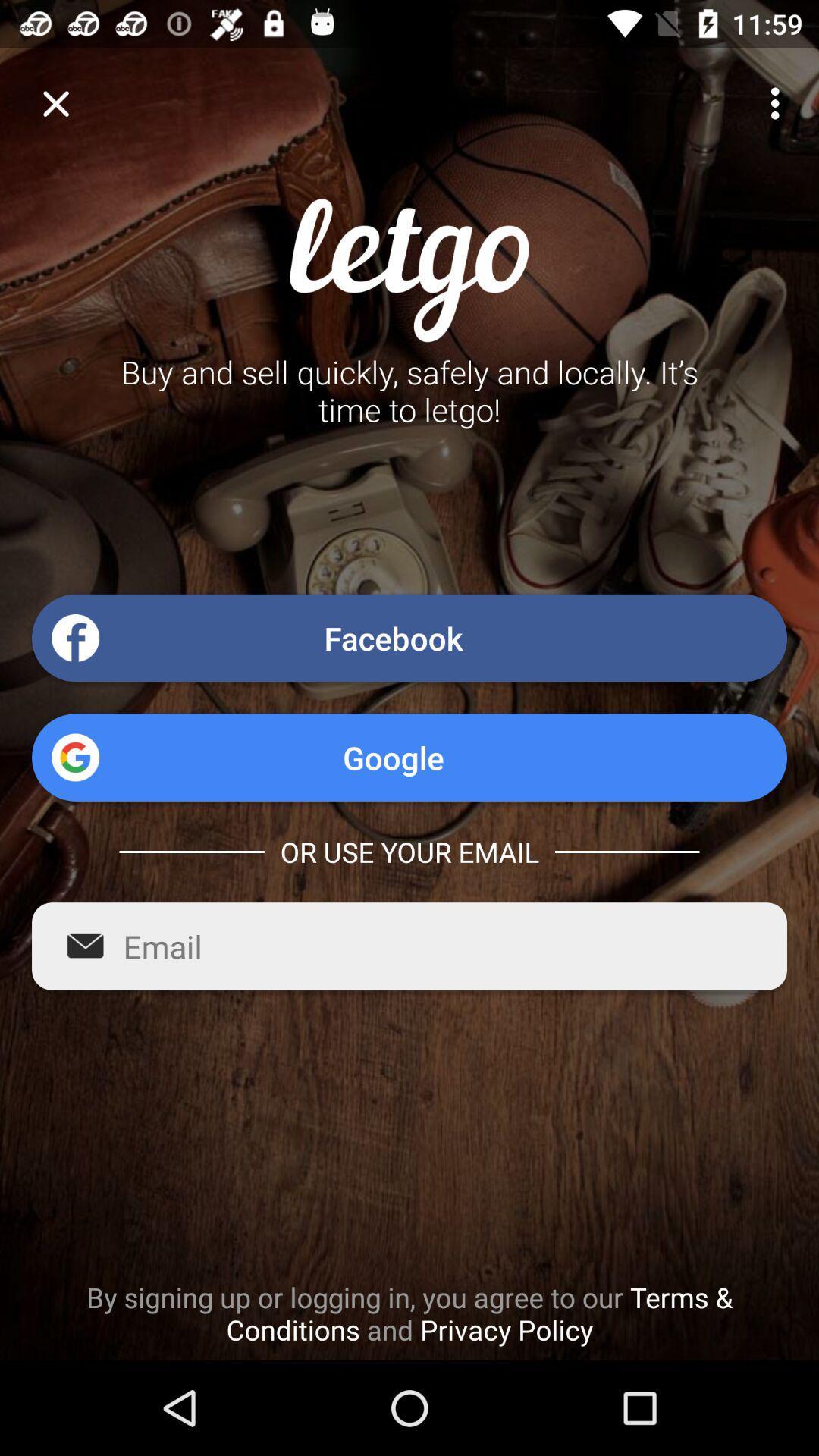 Image resolution: width=819 pixels, height=1456 pixels. What do you see at coordinates (779, 102) in the screenshot?
I see `item at the top right corner` at bounding box center [779, 102].